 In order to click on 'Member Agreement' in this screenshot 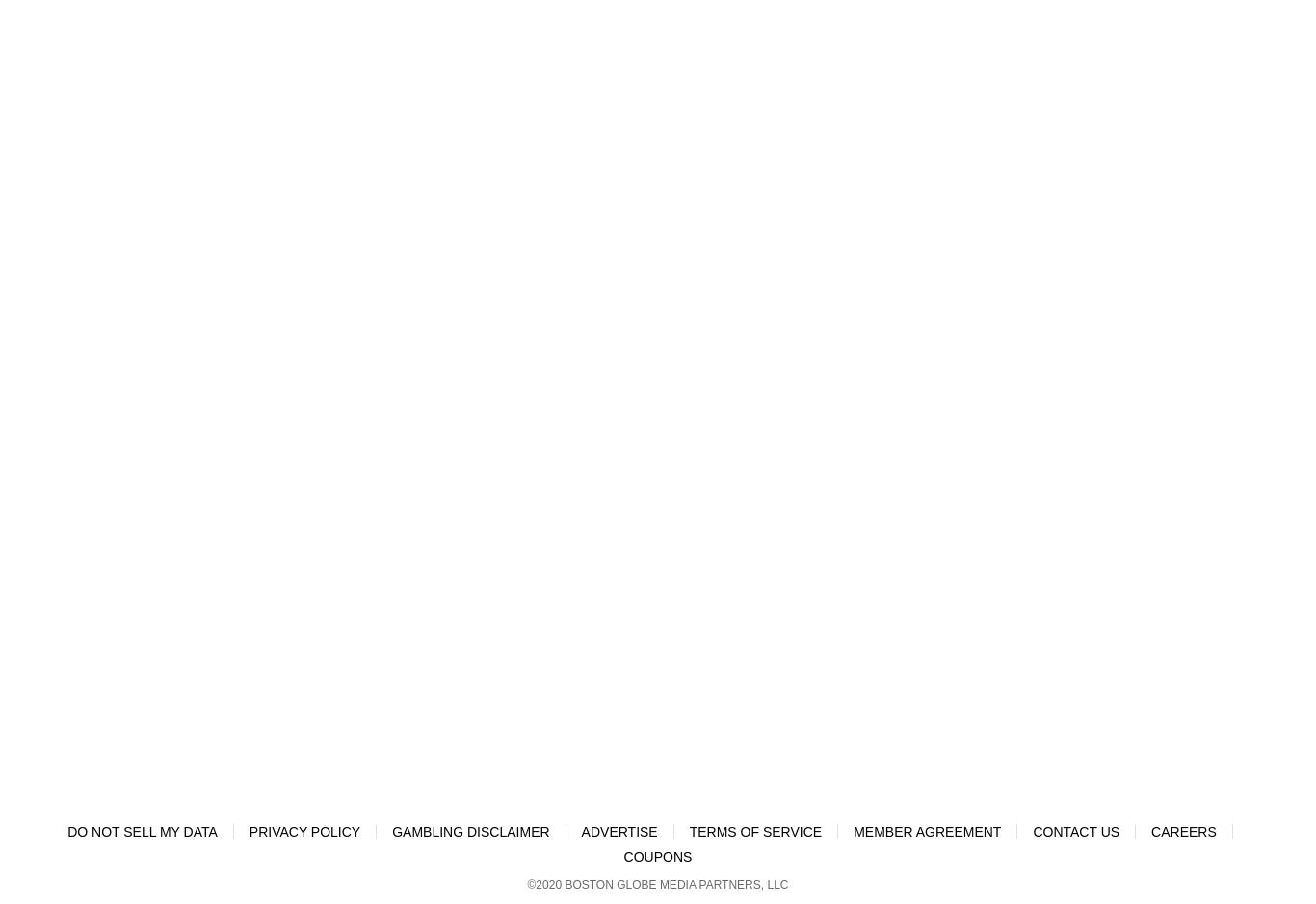, I will do `click(852, 830)`.